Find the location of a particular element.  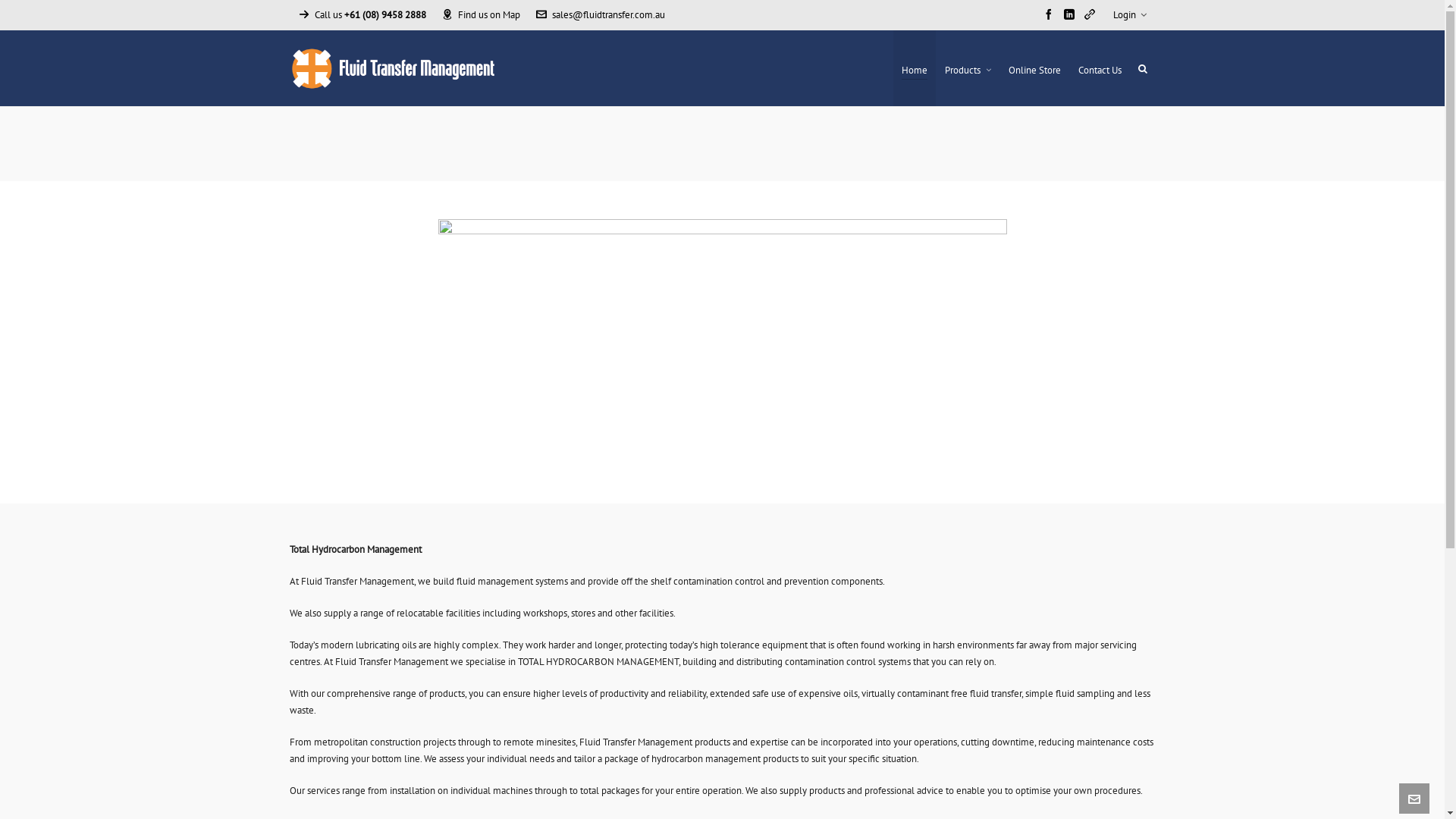

'Contact Us' is located at coordinates (1099, 67).